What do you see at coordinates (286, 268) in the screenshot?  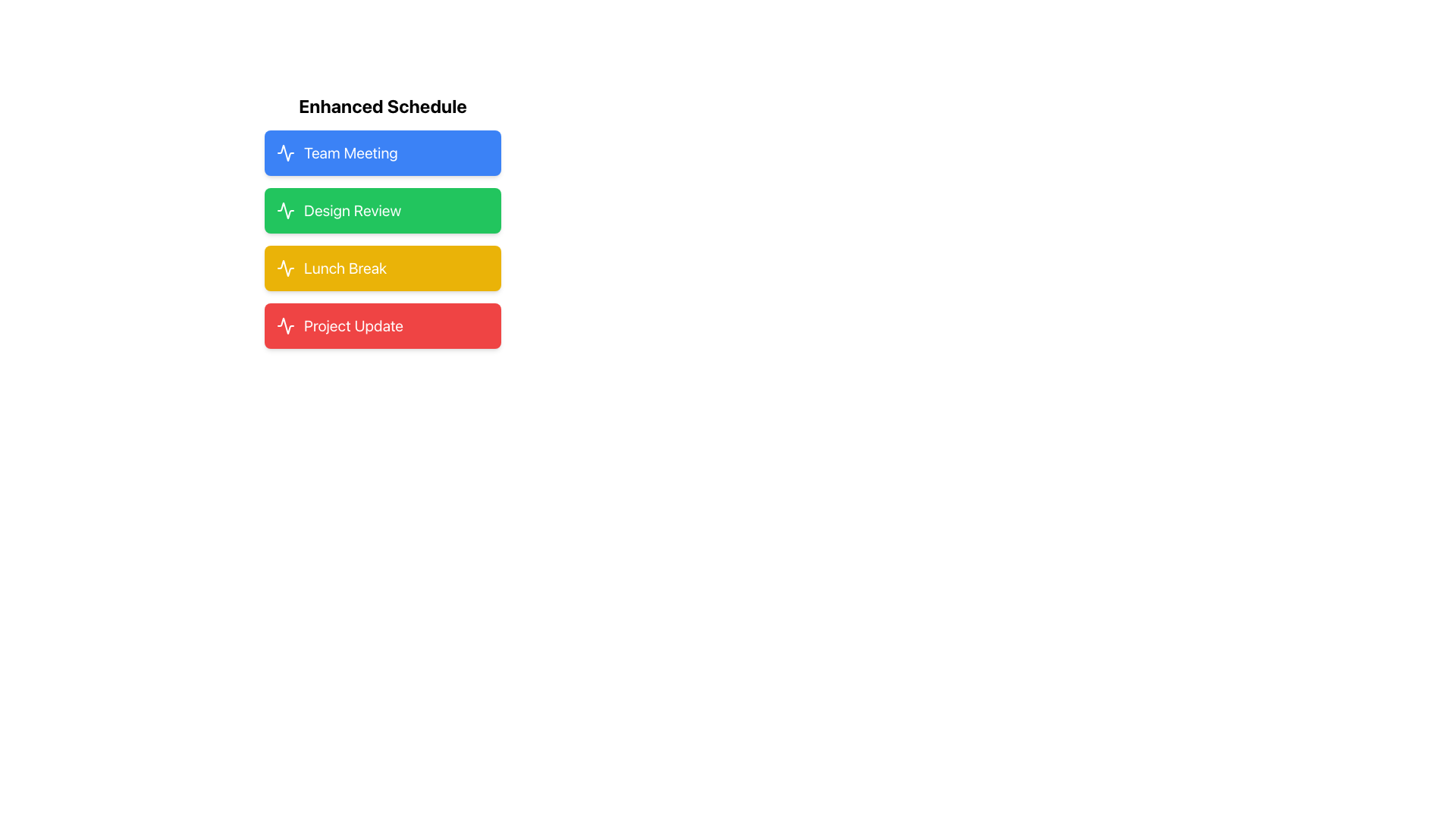 I see `the decorative icon representing activity or energy in the 'Lunch Break' section, positioned closely to the left edge before the text 'Lunch Break'` at bounding box center [286, 268].